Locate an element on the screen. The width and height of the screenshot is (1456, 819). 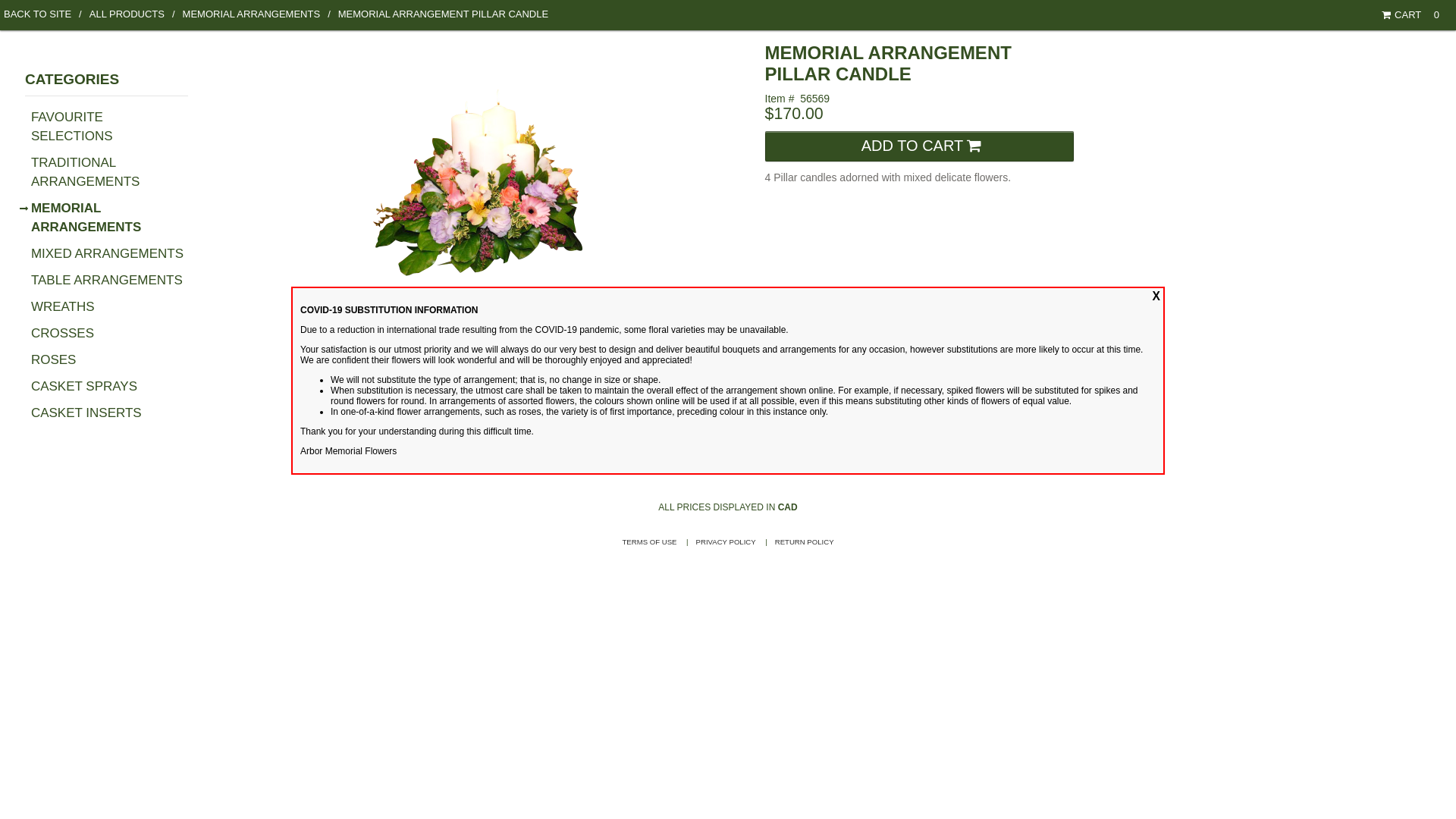
'CROSSES' is located at coordinates (61, 332).